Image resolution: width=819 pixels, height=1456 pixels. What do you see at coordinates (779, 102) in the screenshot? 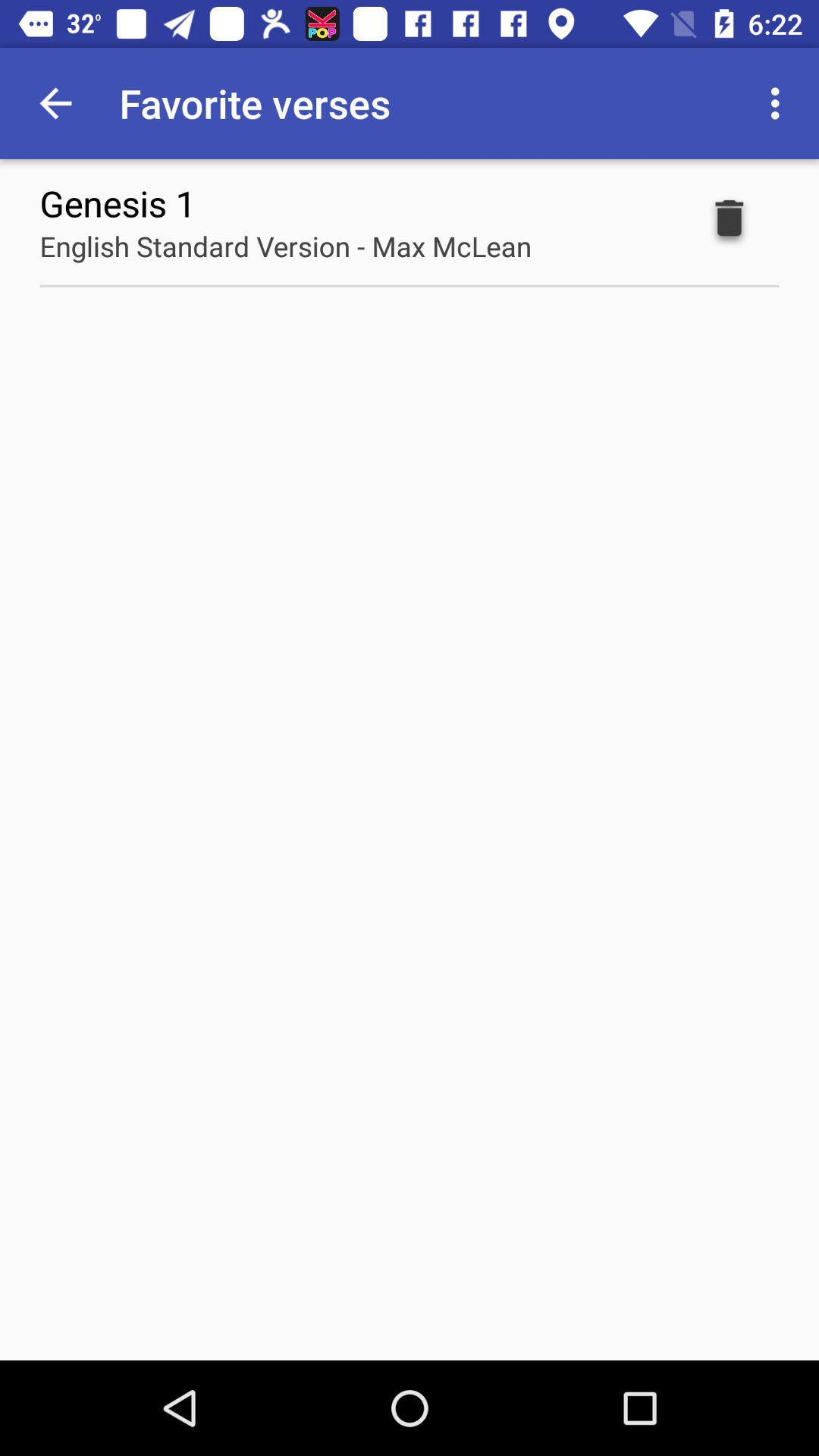
I see `app next to the favorite verses item` at bounding box center [779, 102].